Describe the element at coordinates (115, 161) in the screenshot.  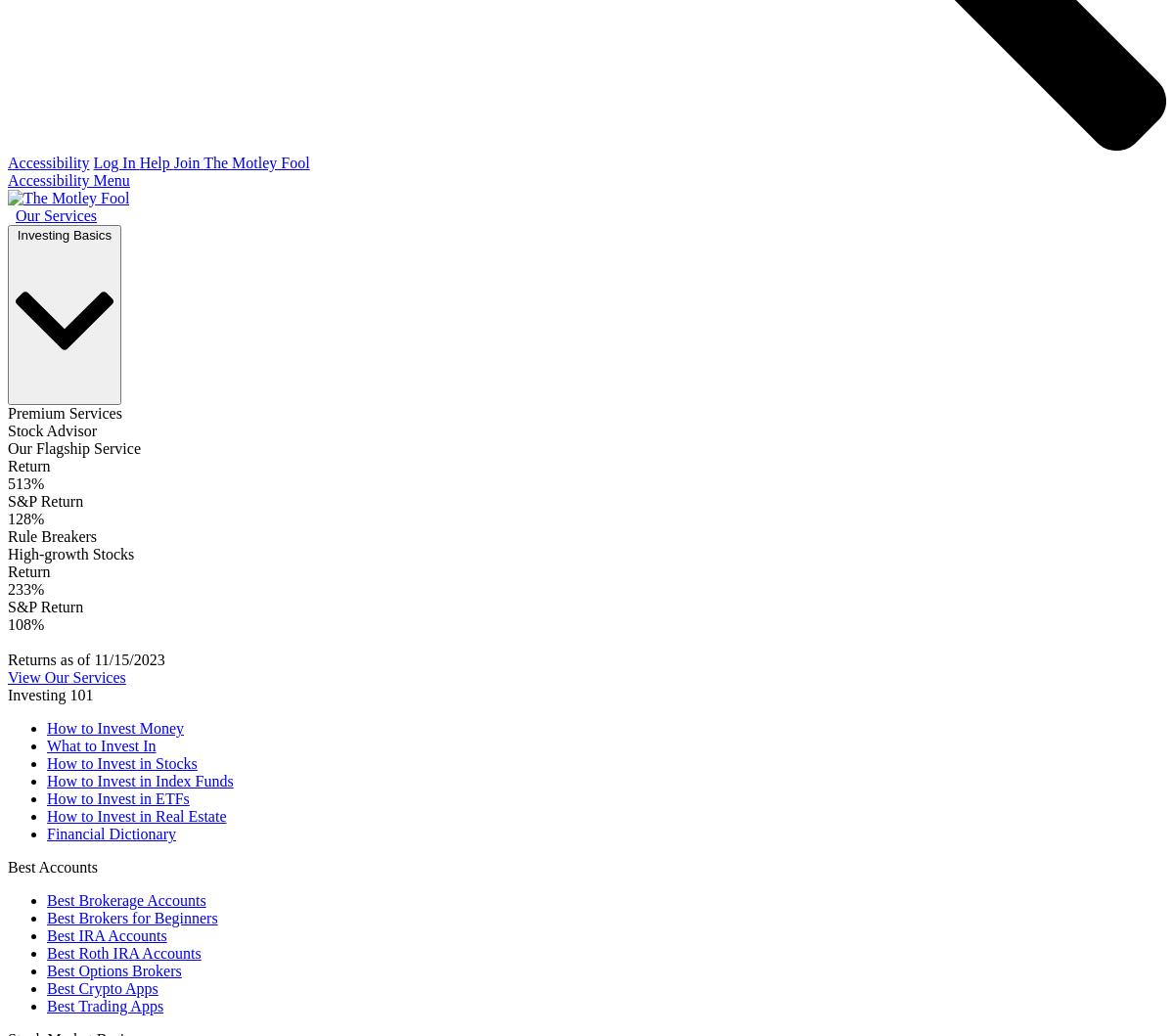
I see `'Log In'` at that location.